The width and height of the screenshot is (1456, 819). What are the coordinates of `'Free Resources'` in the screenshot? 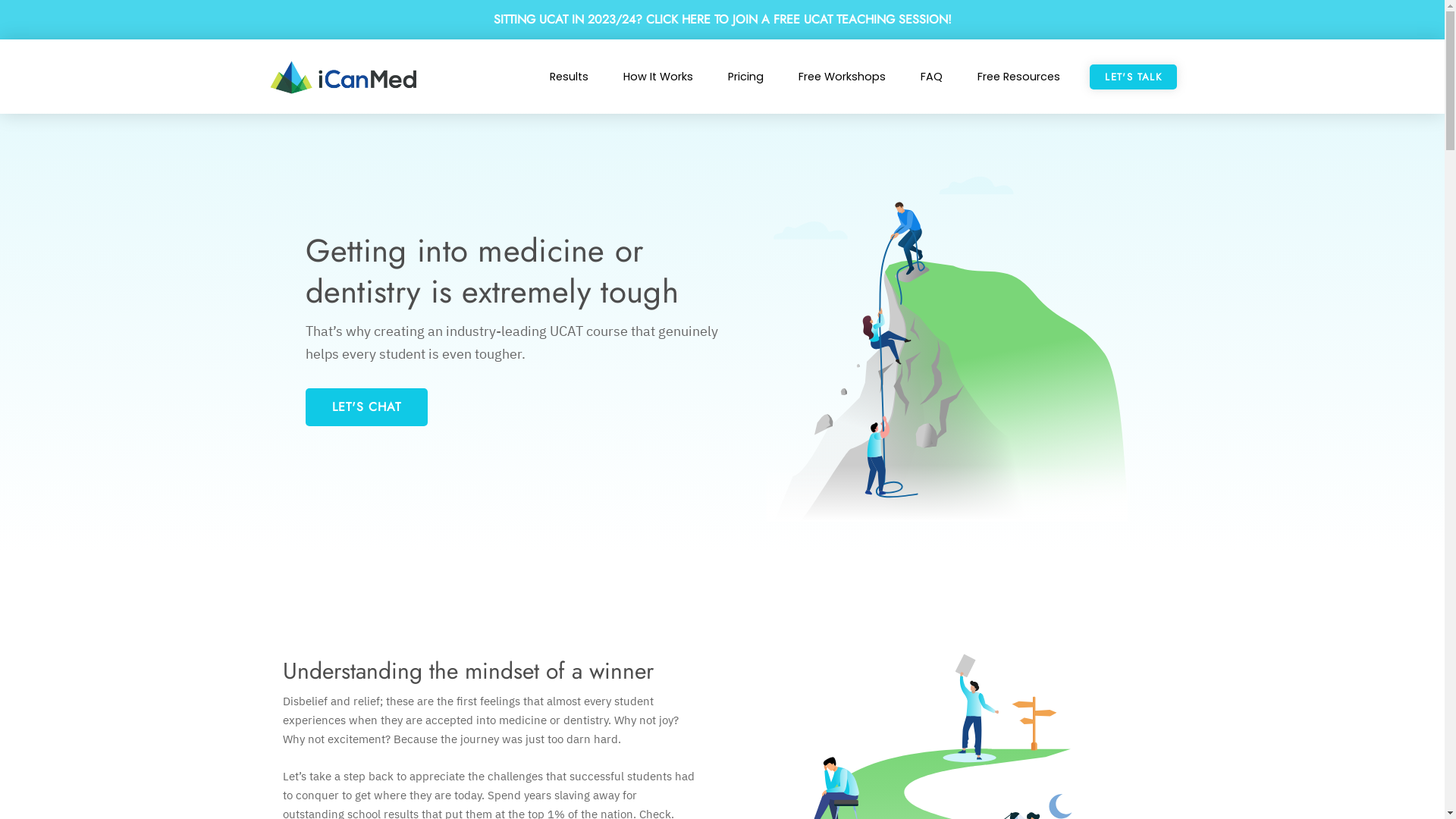 It's located at (1018, 76).